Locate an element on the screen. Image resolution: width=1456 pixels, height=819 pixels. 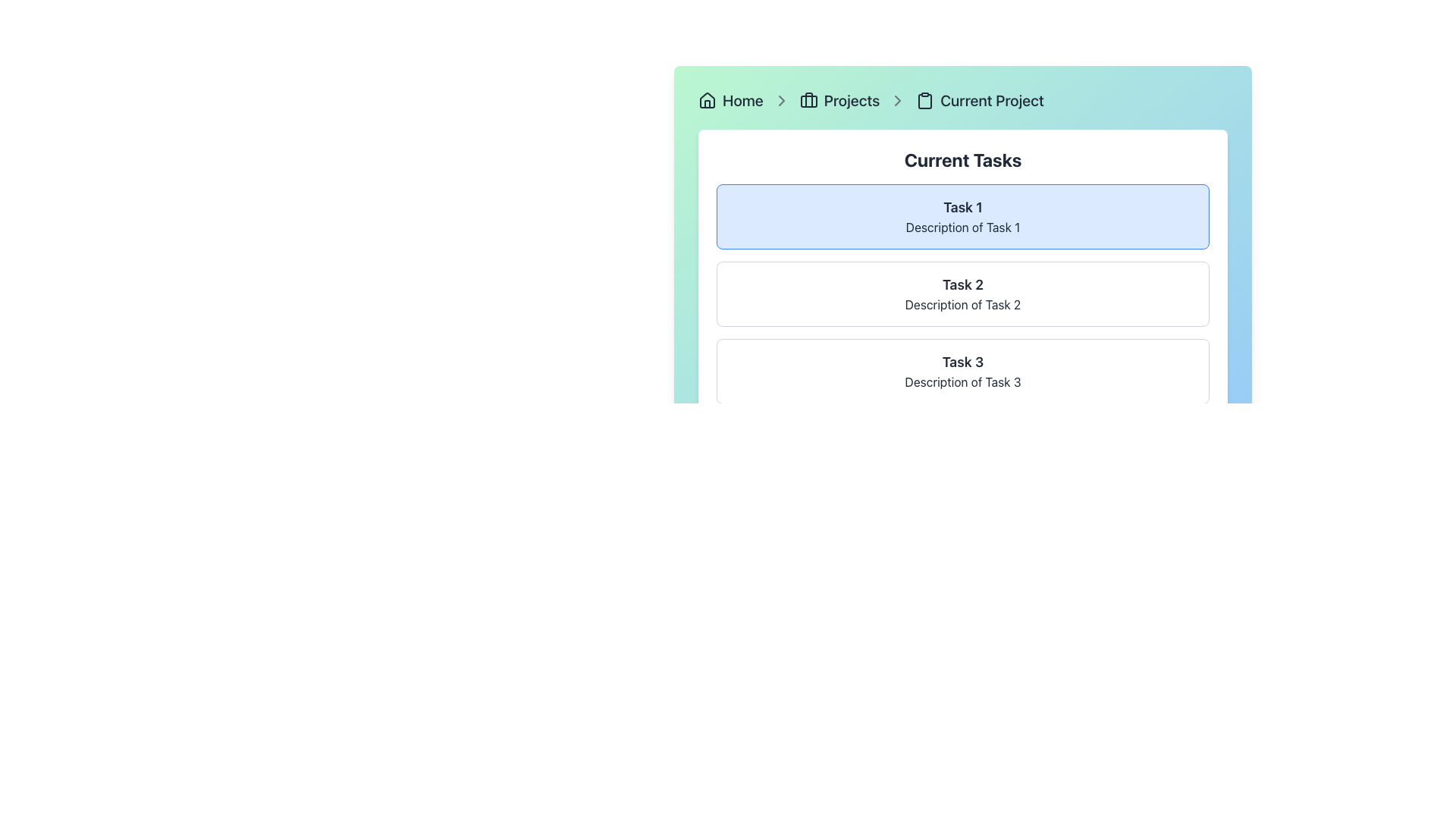
the 'Home' interactive text link in the breadcrumb navigation is located at coordinates (742, 100).